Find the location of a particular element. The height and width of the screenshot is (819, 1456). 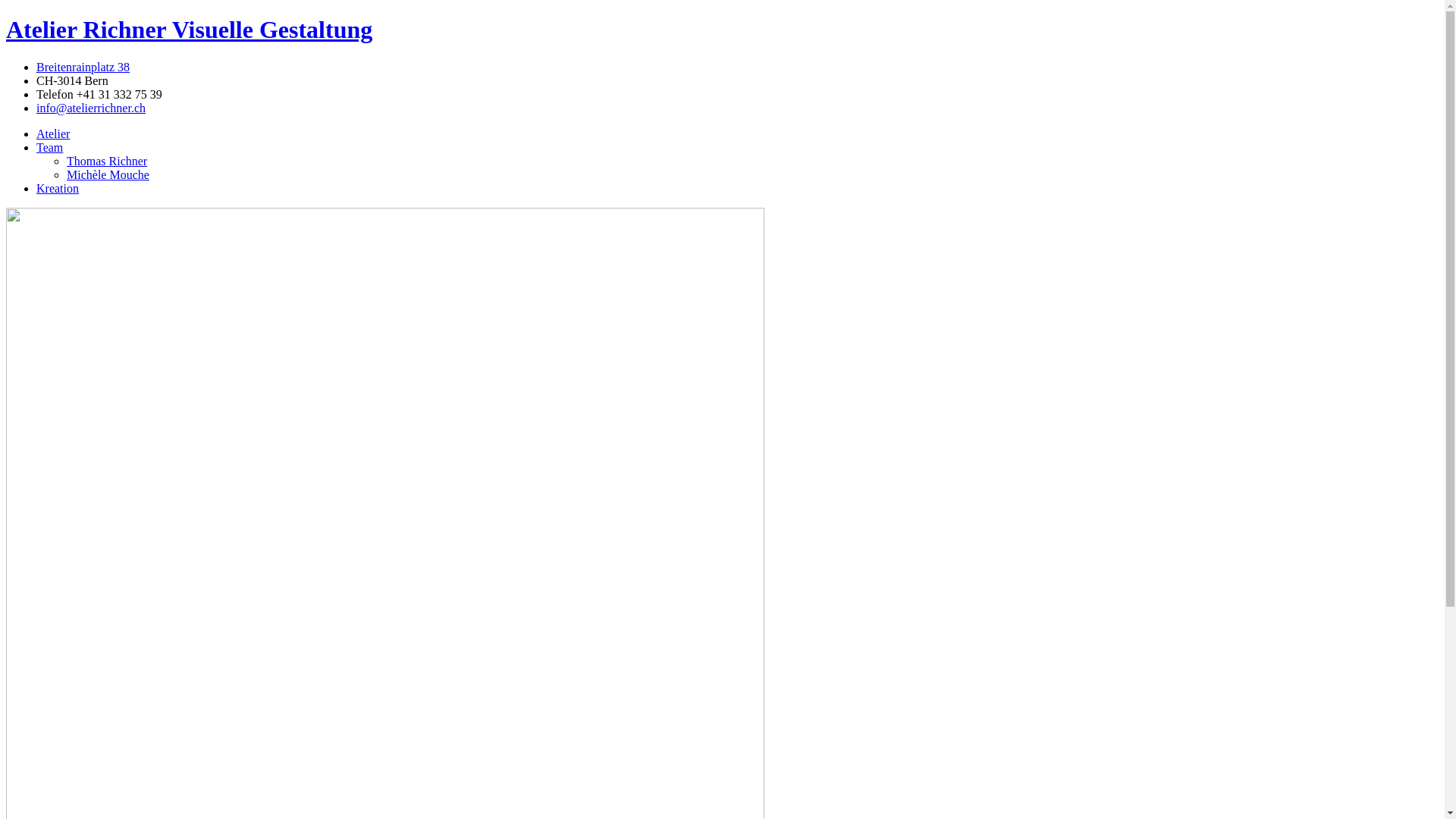

'Team' is located at coordinates (49, 147).